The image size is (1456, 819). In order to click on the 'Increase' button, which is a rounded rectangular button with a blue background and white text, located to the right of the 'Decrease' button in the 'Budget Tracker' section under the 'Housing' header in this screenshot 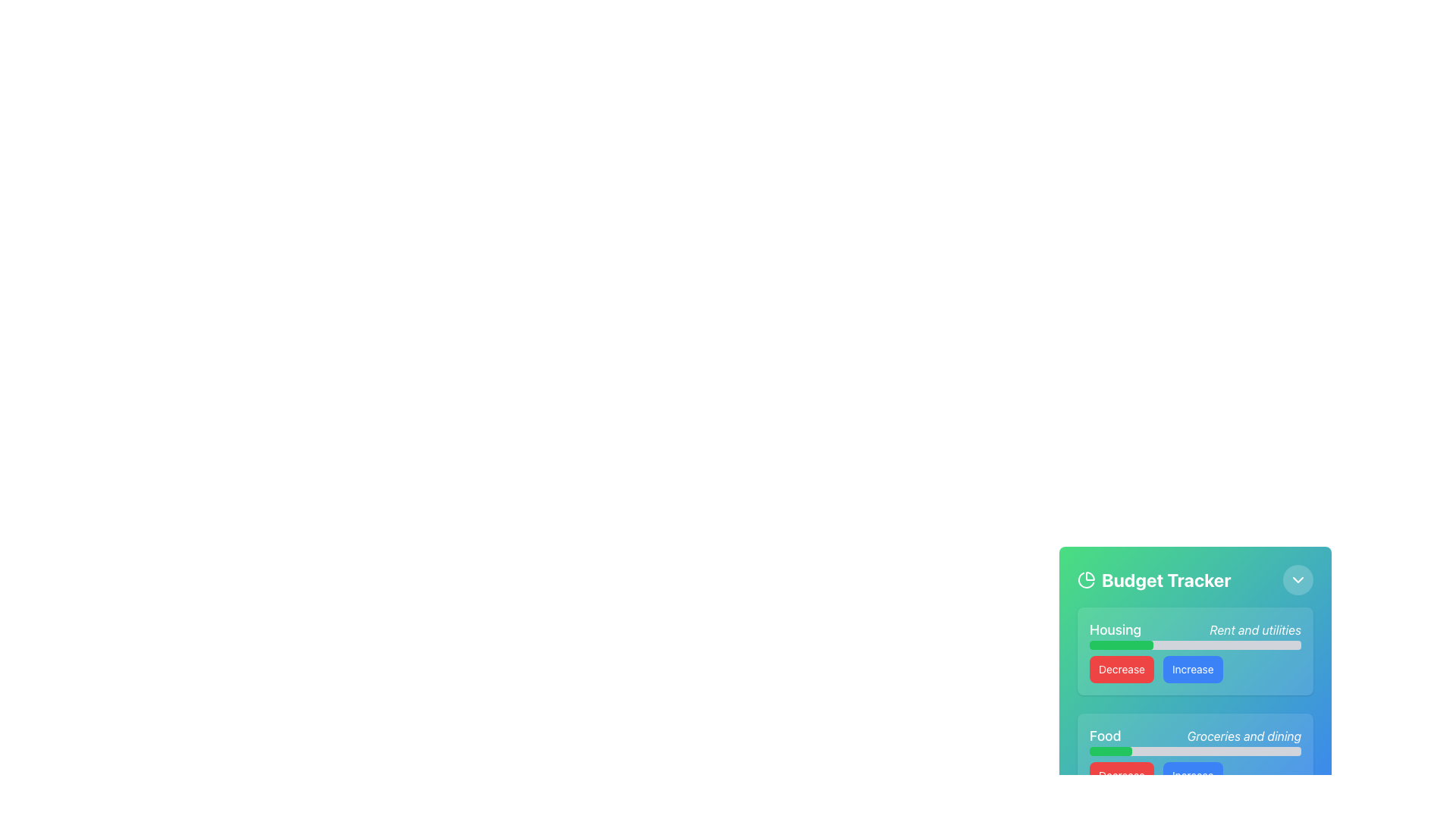, I will do `click(1192, 775)`.